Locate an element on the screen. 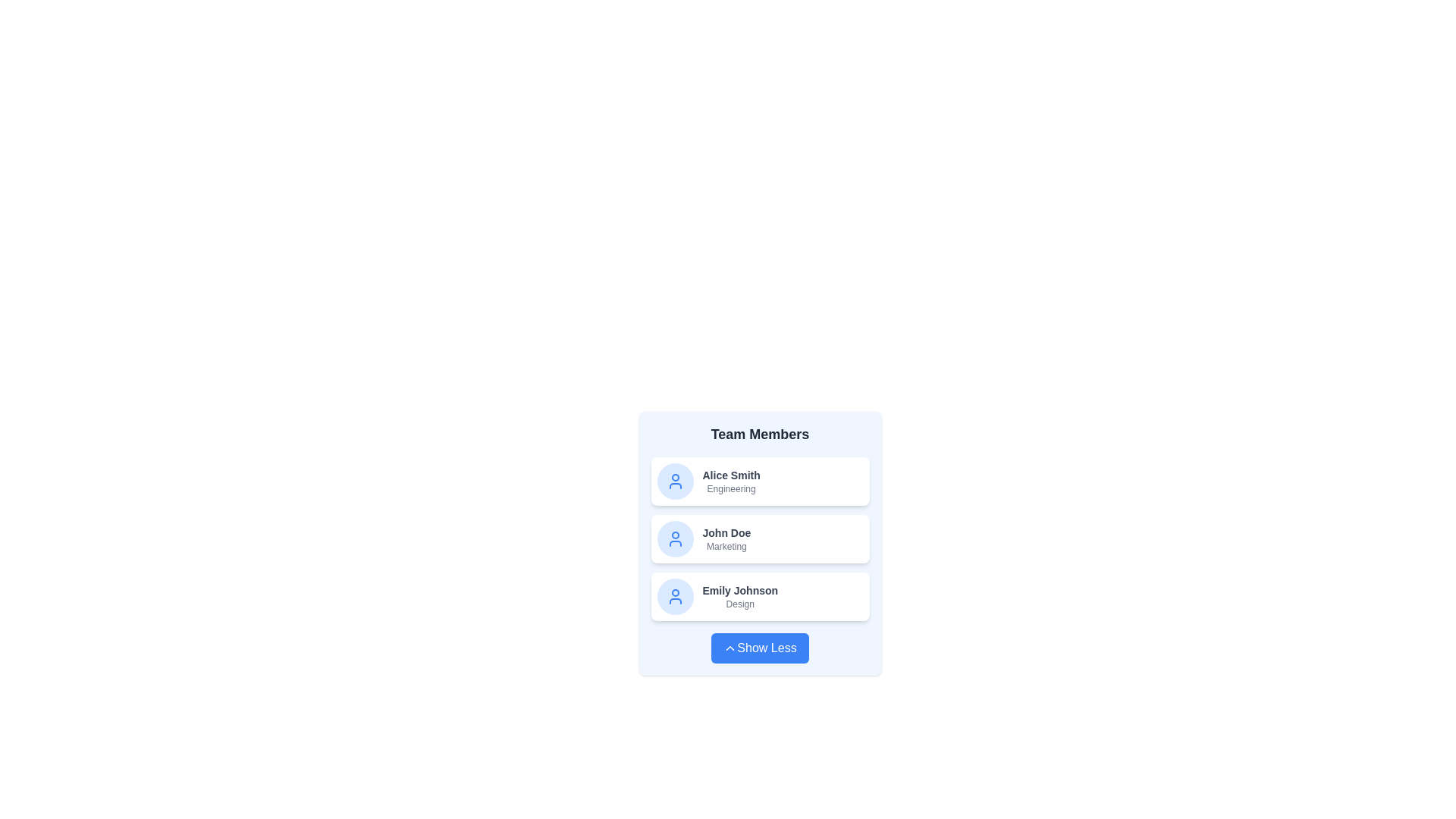  the second team member card displaying information about 'John Doe' in the team member list is located at coordinates (760, 538).